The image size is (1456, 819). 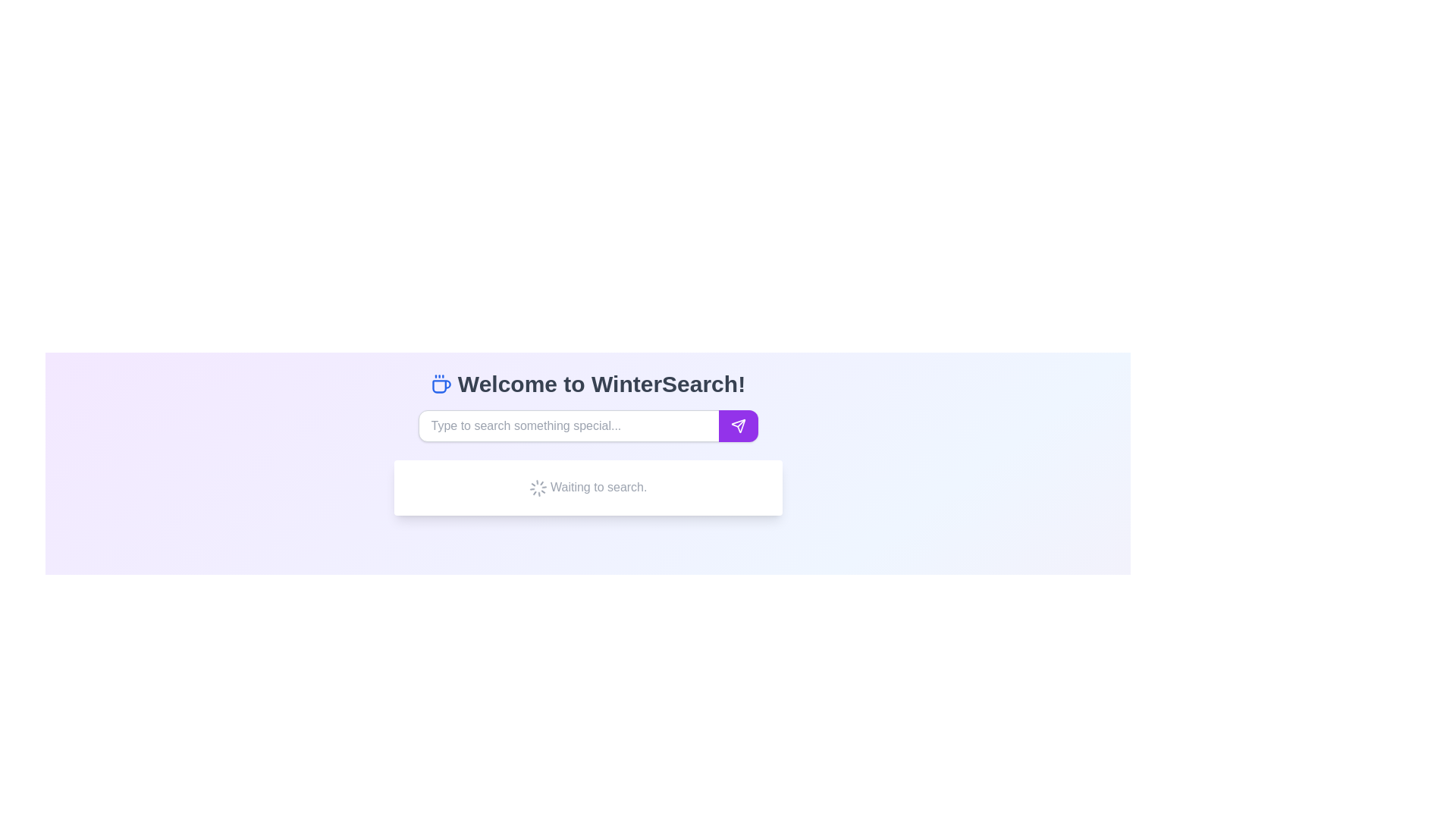 I want to click on the 'send' or 'submit' icon button located within the purple button to the right of the input box in the search bar interface, so click(x=738, y=426).